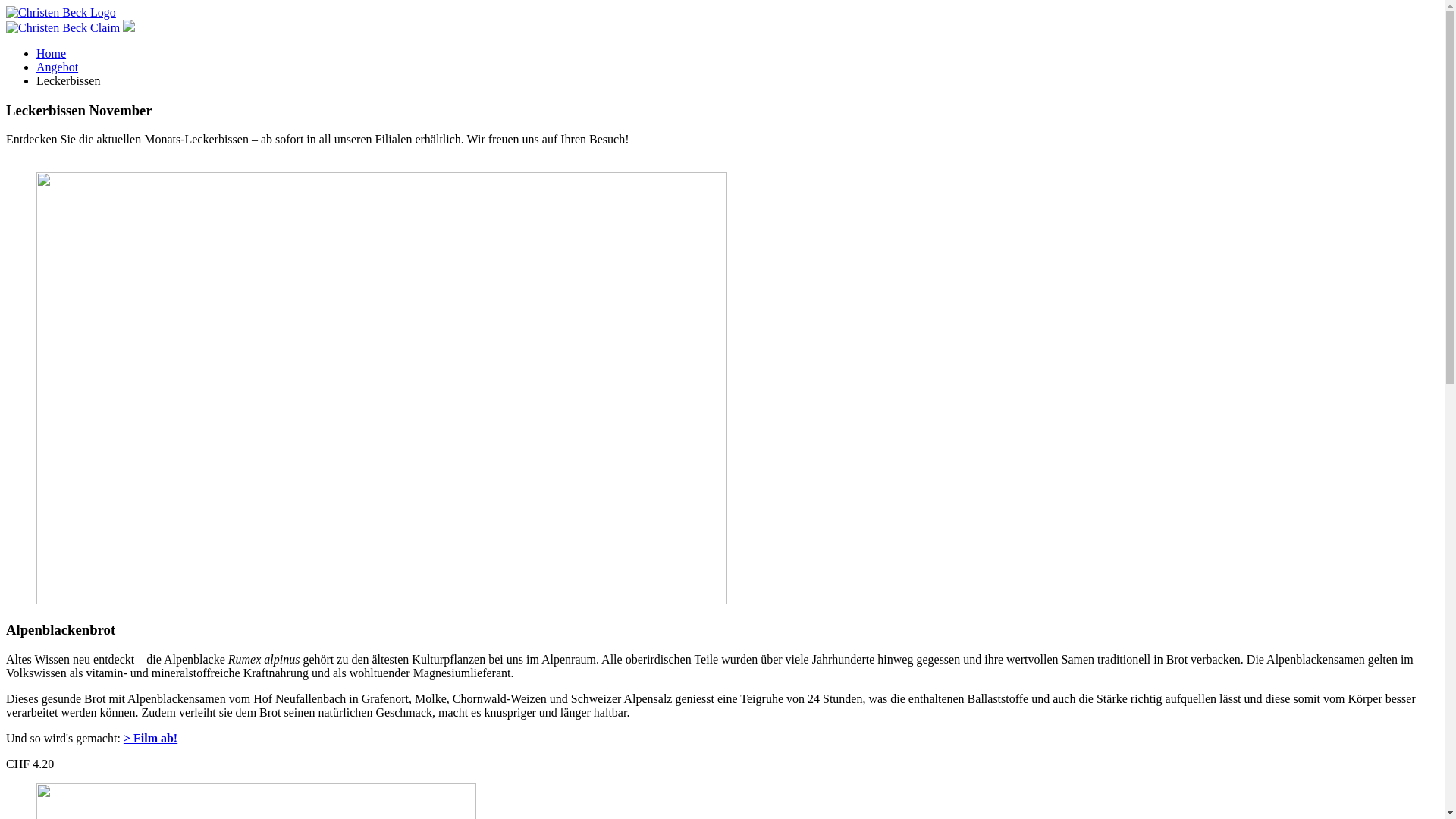  Describe the element at coordinates (57, 66) in the screenshot. I see `'Angebot'` at that location.